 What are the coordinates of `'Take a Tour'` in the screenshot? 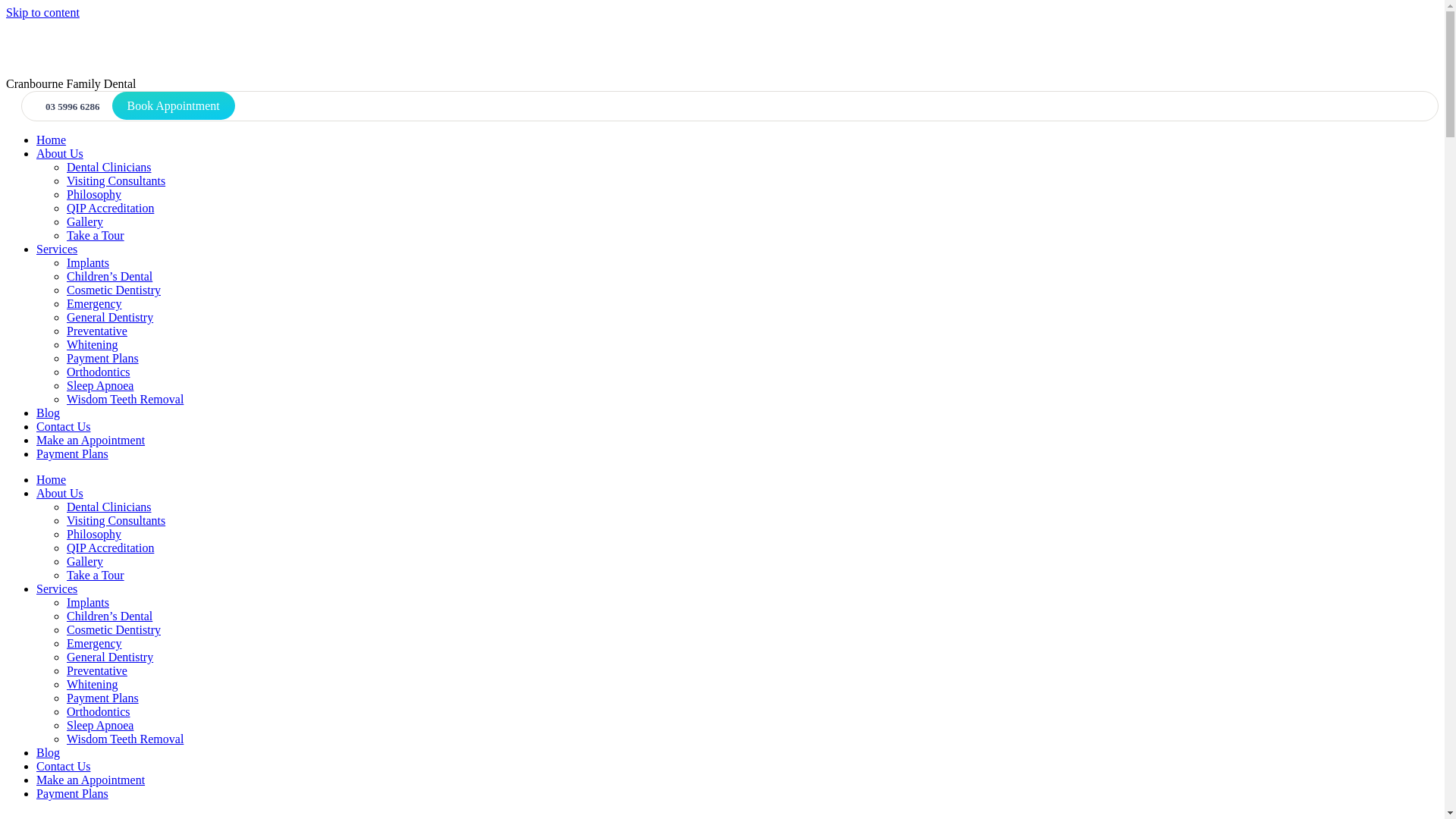 It's located at (94, 235).